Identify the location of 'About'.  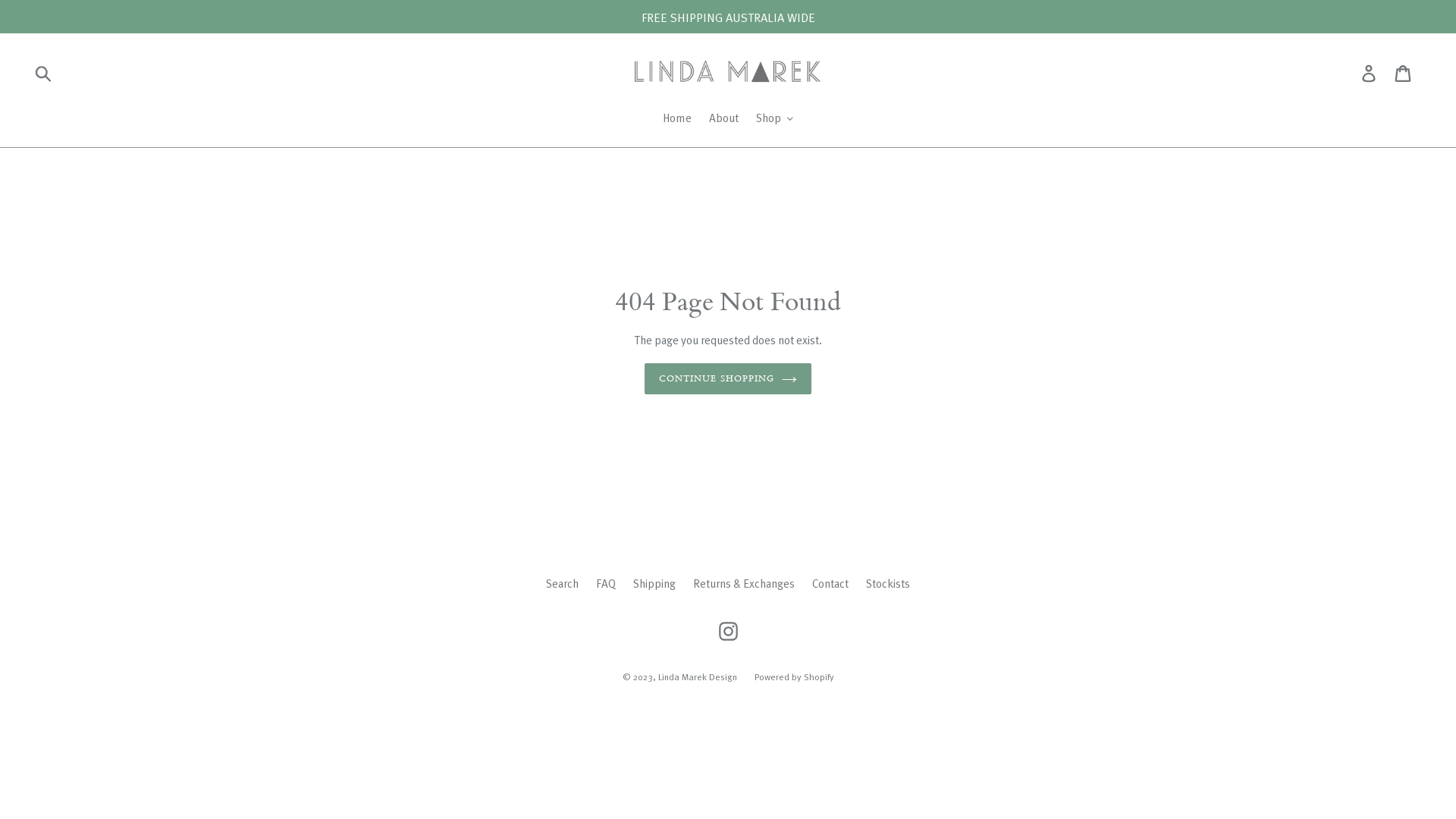
(723, 118).